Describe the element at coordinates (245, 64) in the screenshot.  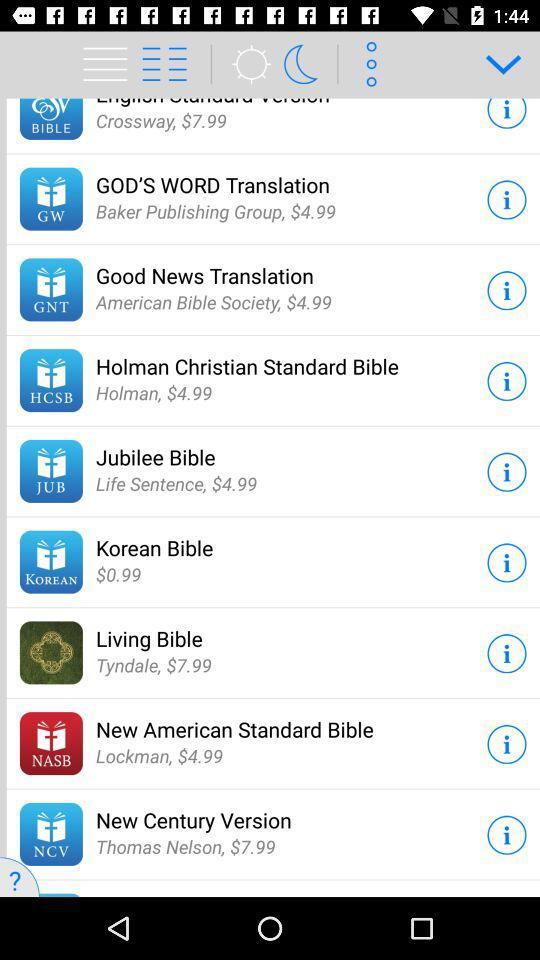
I see `the weather icon` at that location.